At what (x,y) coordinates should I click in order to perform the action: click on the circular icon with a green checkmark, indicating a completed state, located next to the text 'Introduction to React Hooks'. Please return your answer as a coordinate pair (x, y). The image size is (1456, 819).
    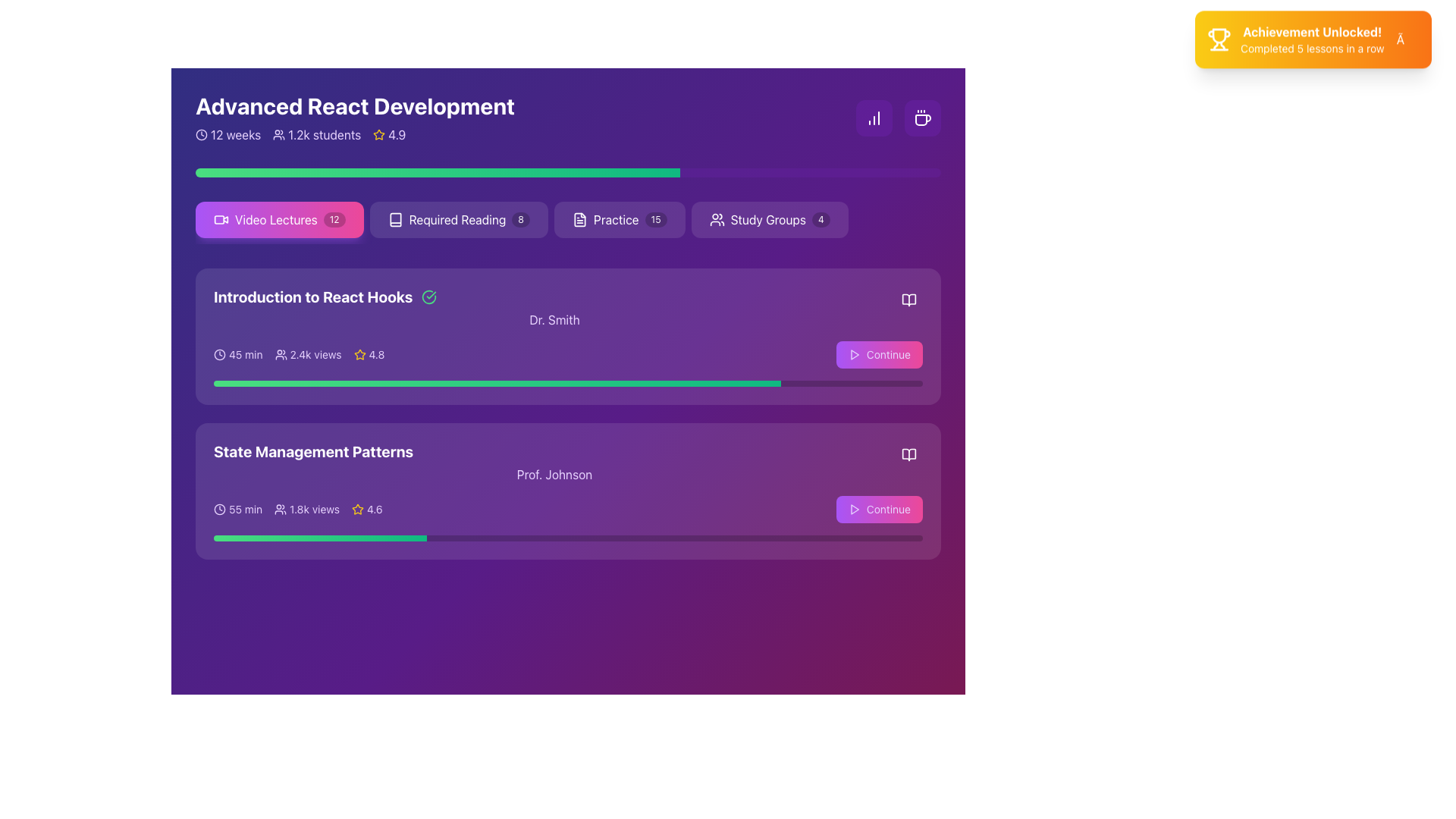
    Looking at the image, I should click on (428, 297).